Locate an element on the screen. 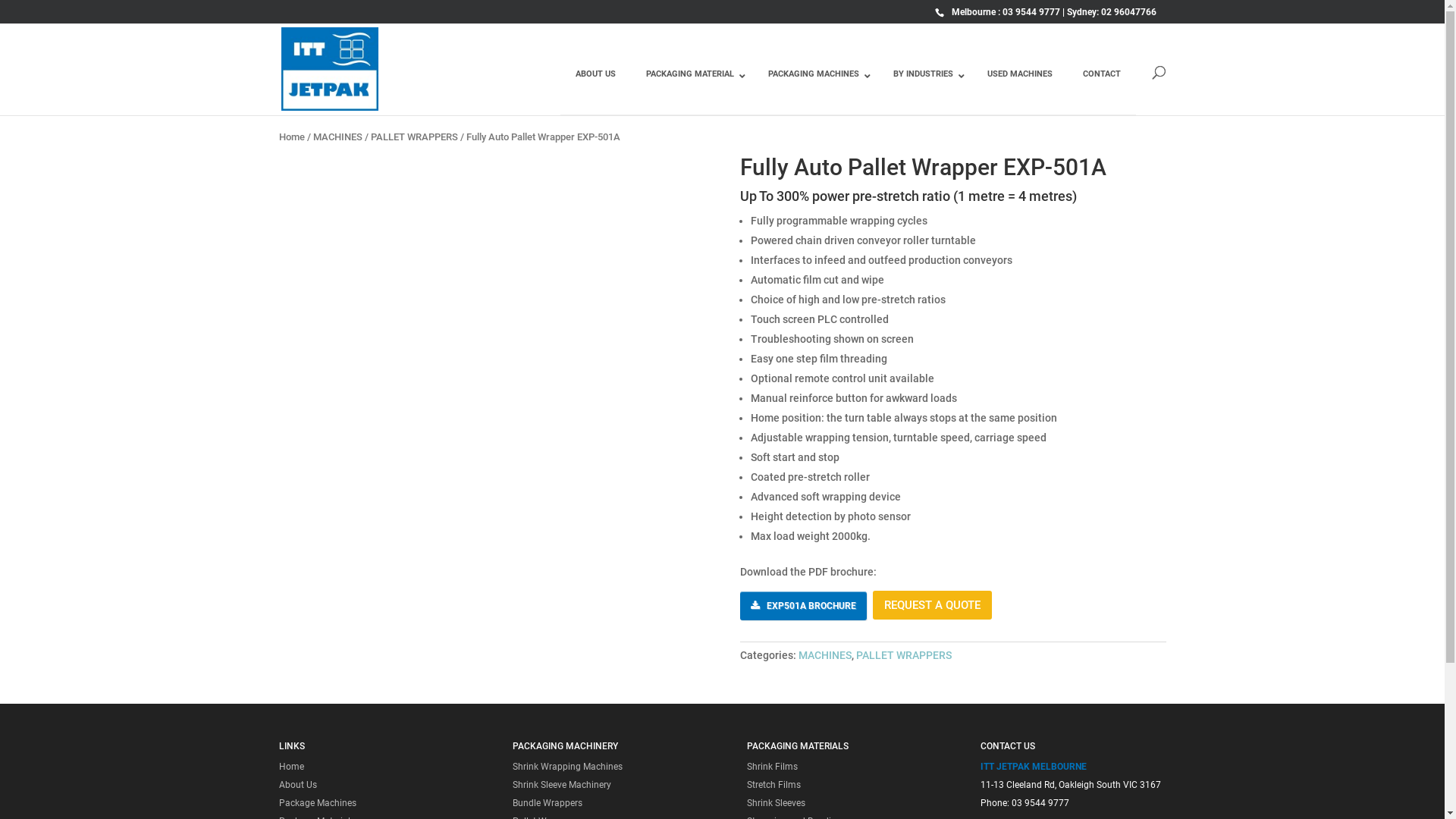 This screenshot has width=1456, height=819. 'MACHINES' is located at coordinates (824, 654).